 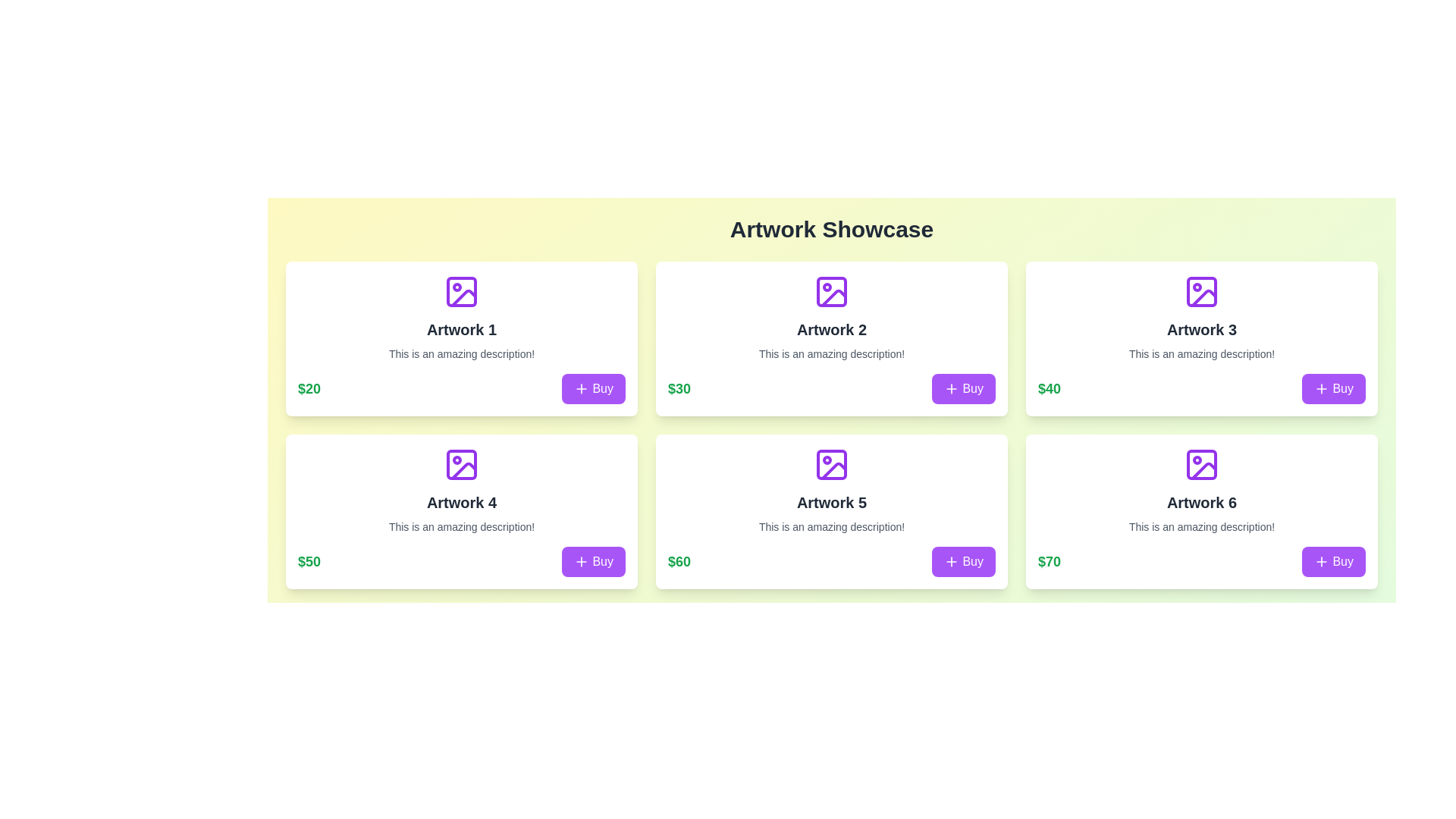 I want to click on the bold, green text label displaying the price '$70' located in the lower-left corner of the 'Artwork 6' card, immediately to the left of the 'Buy' button, so click(x=1048, y=561).